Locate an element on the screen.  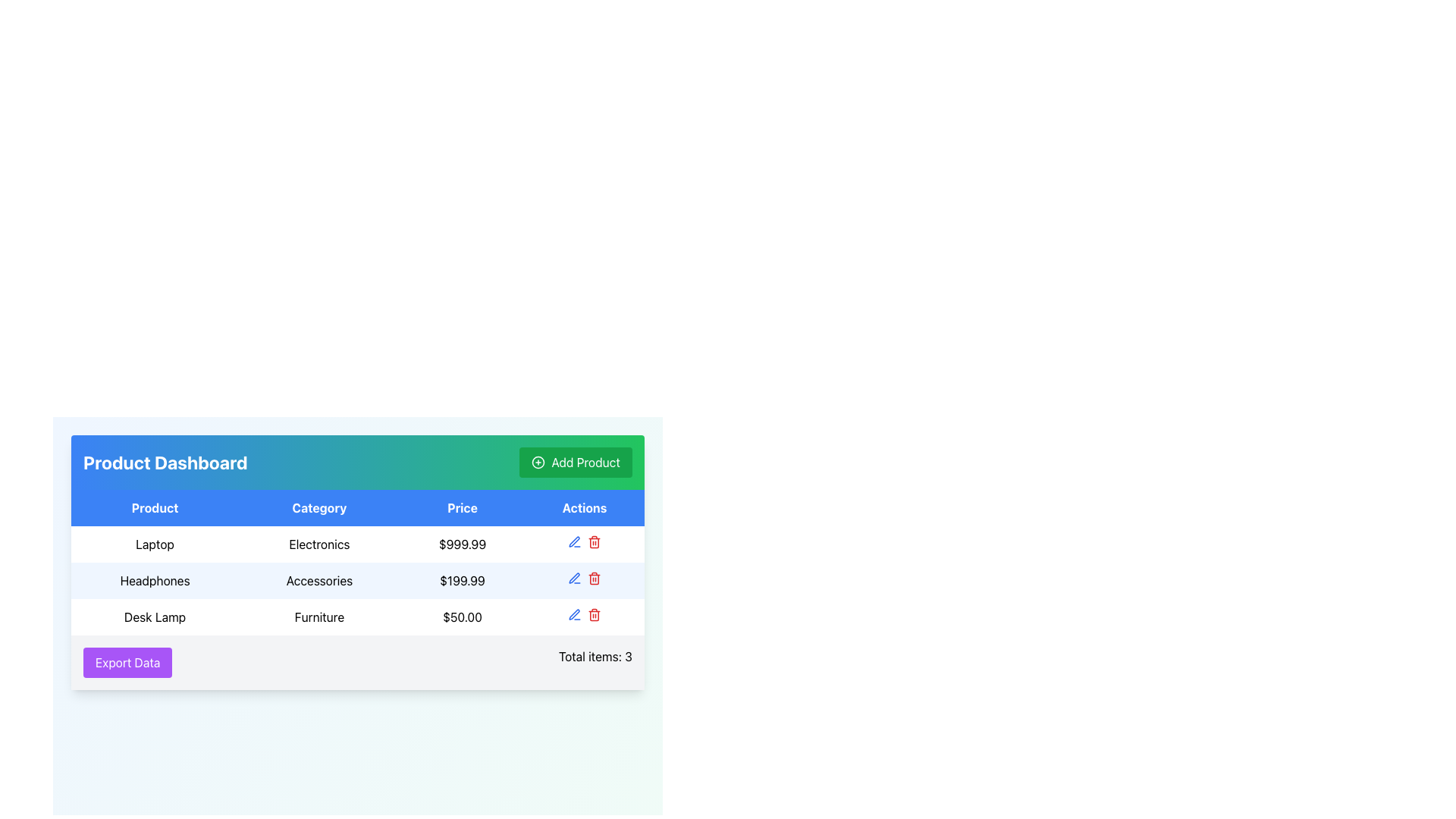
the text element displaying 'Electronics' in the second column of the data table, which is aligned with the 'Laptop' entry in the 'Product' column is located at coordinates (318, 543).